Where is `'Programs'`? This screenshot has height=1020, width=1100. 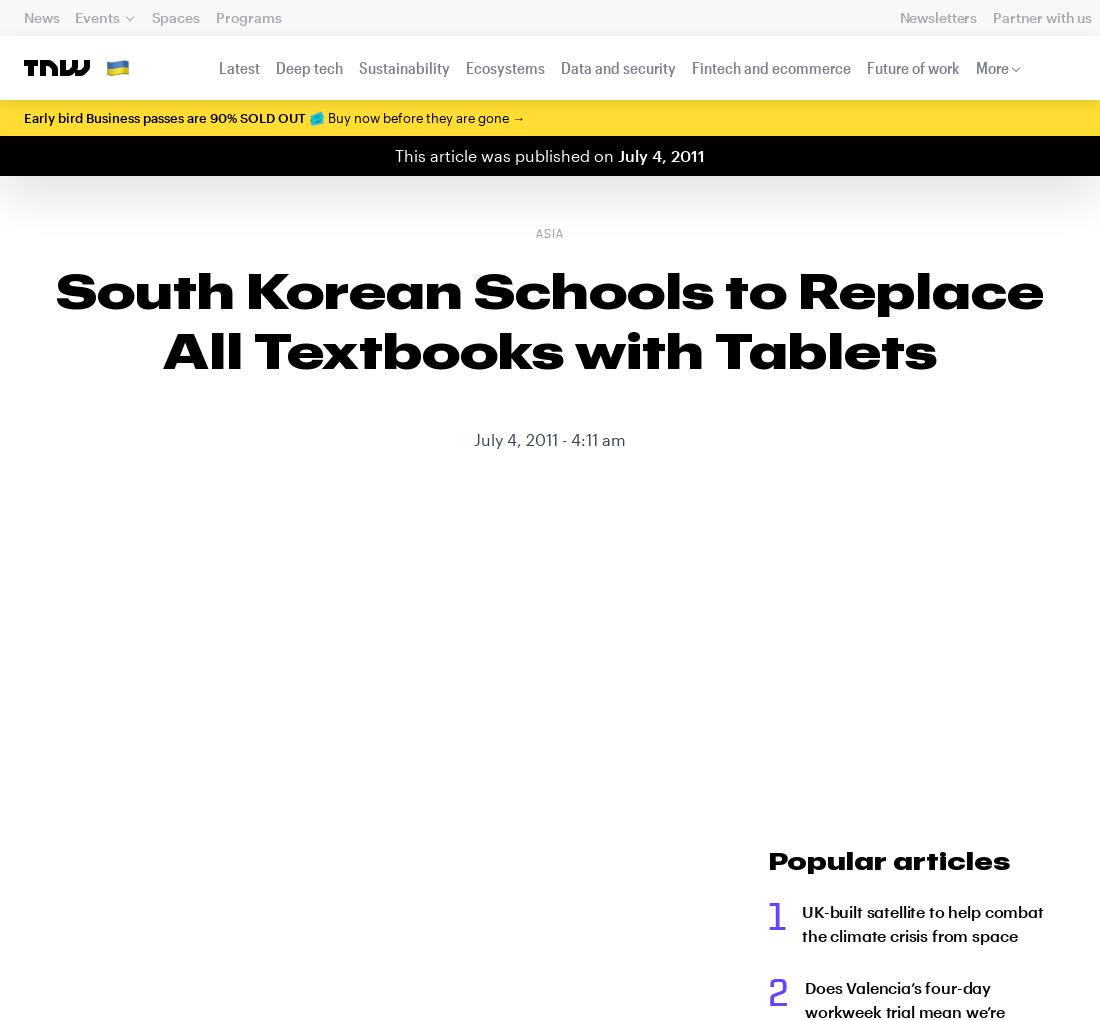
'Programs' is located at coordinates (248, 16).